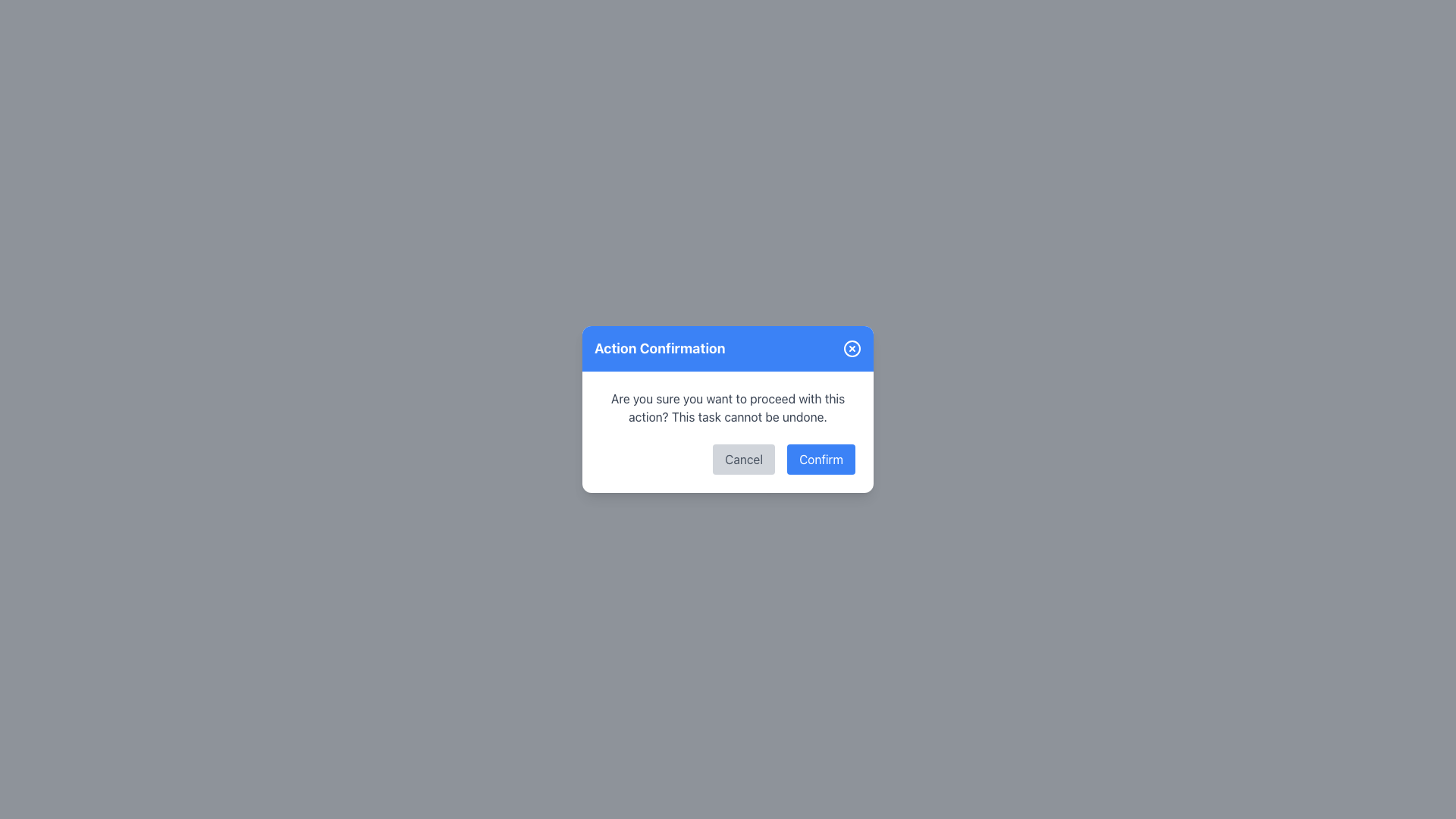 The image size is (1456, 819). What do you see at coordinates (852, 348) in the screenshot?
I see `the close button located in the top-right corner of the 'Action Confirmation' modal header` at bounding box center [852, 348].